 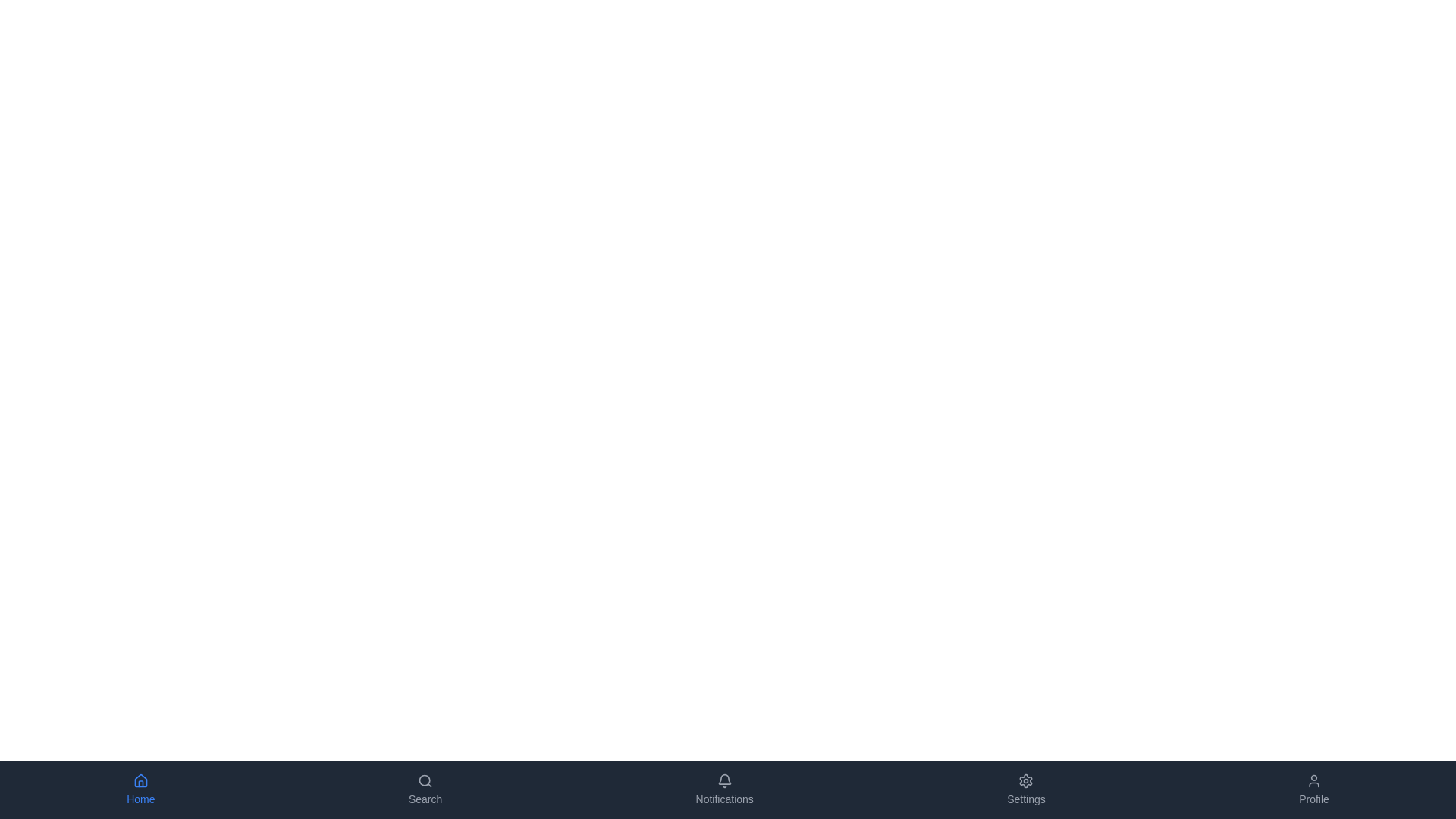 What do you see at coordinates (723, 780) in the screenshot?
I see `the gray bell icon above the 'Notifications' label` at bounding box center [723, 780].